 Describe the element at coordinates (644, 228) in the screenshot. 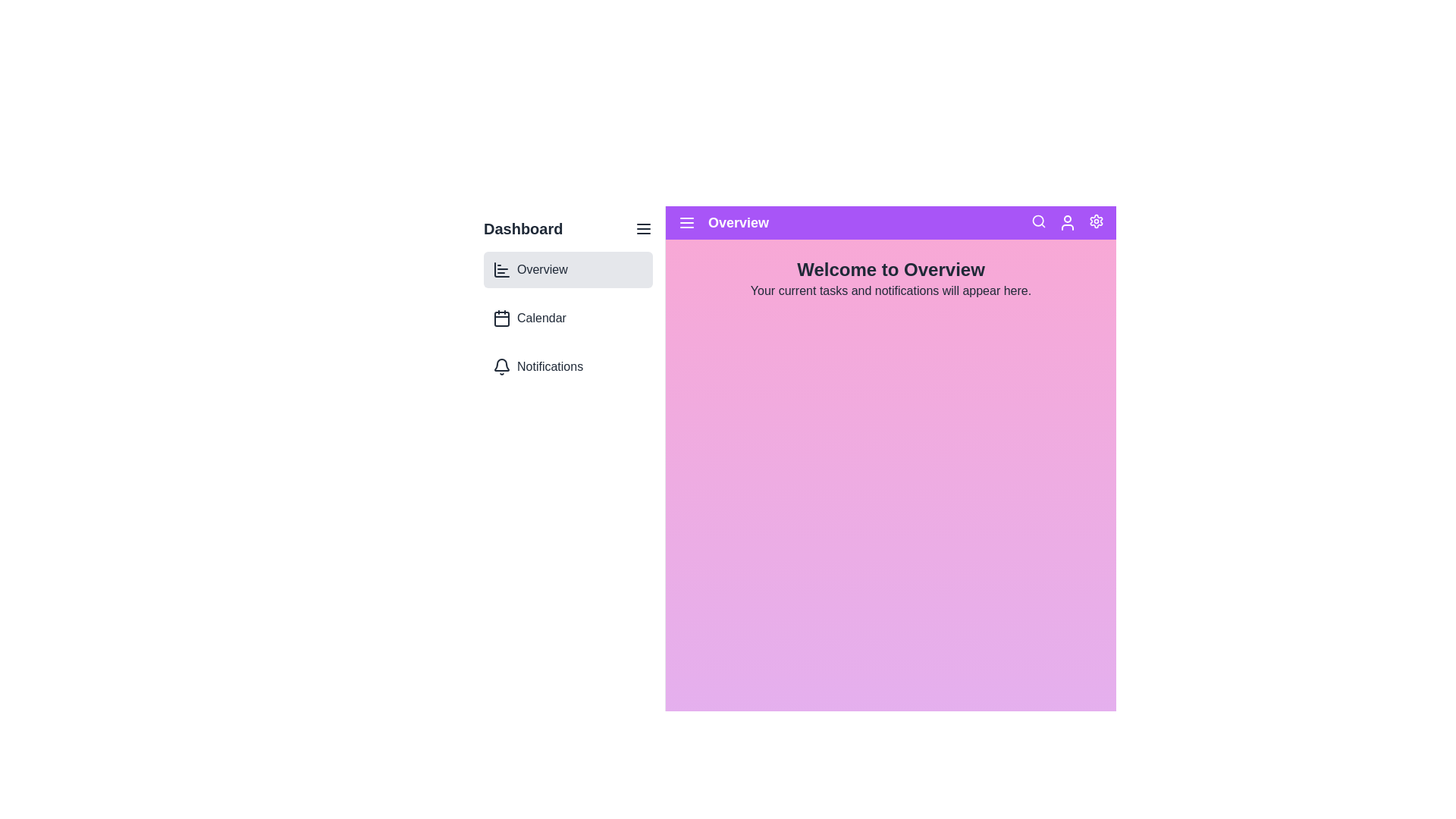

I see `the menu icon in the header to toggle the sidebar visibility` at that location.